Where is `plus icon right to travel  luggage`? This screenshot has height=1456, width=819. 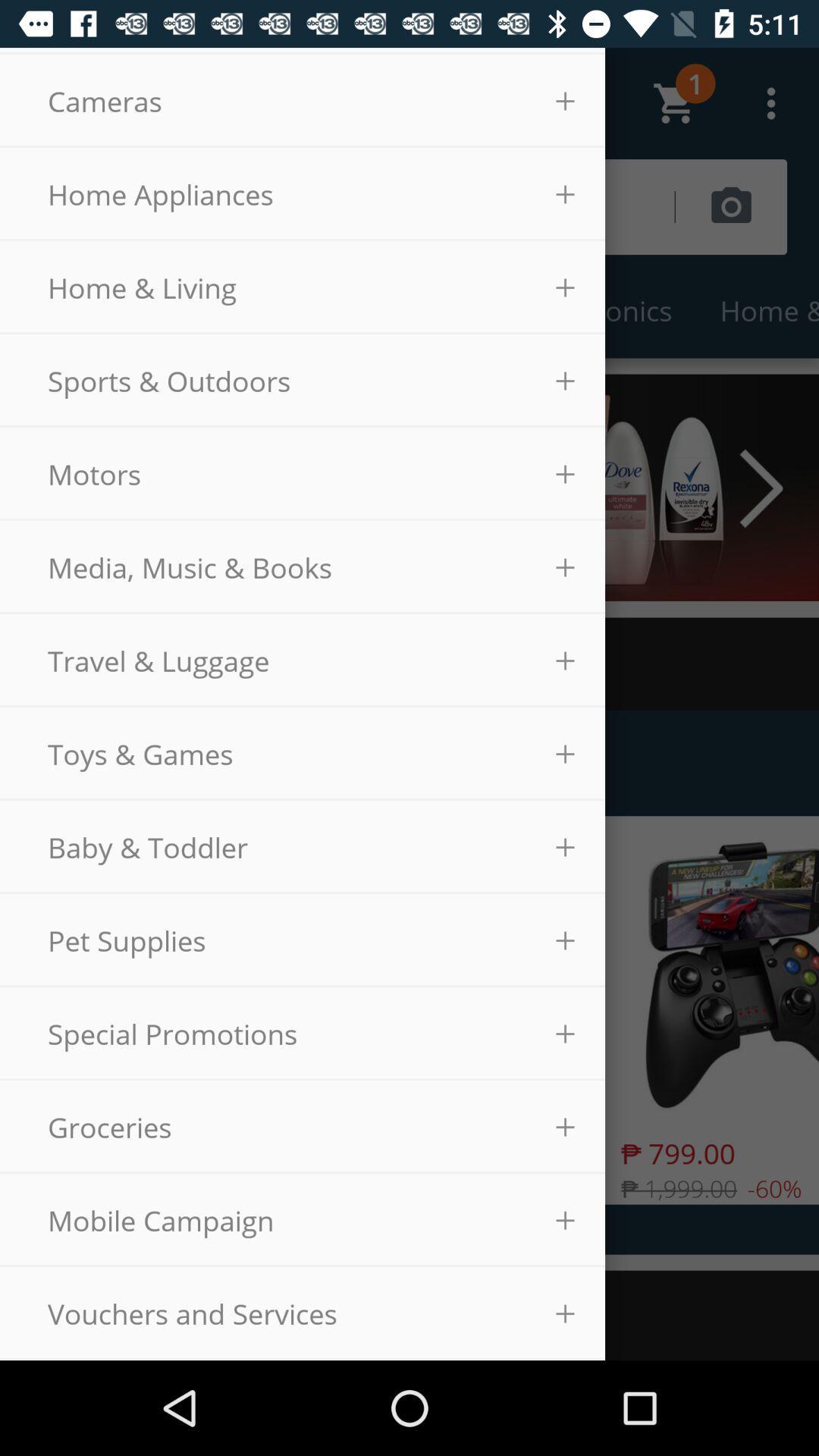 plus icon right to travel  luggage is located at coordinates (565, 661).